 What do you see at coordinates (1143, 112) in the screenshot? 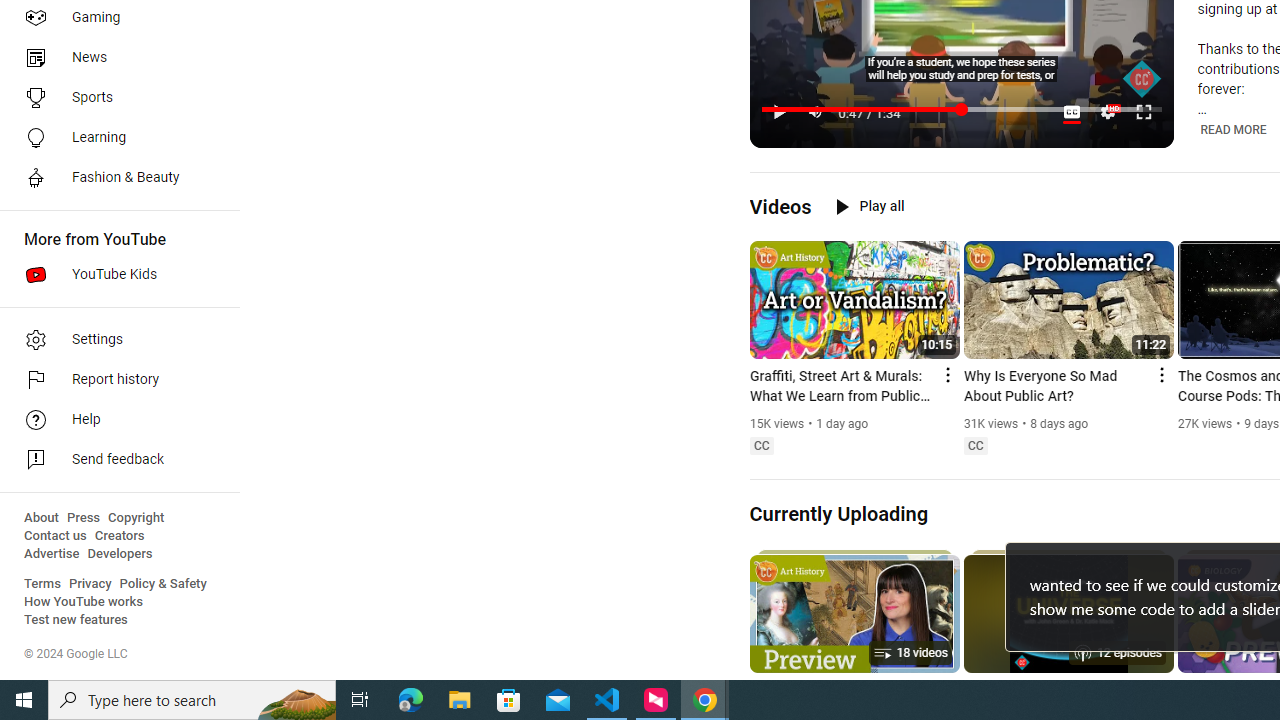
I see `'Full screen keyboard shortcut f'` at bounding box center [1143, 112].